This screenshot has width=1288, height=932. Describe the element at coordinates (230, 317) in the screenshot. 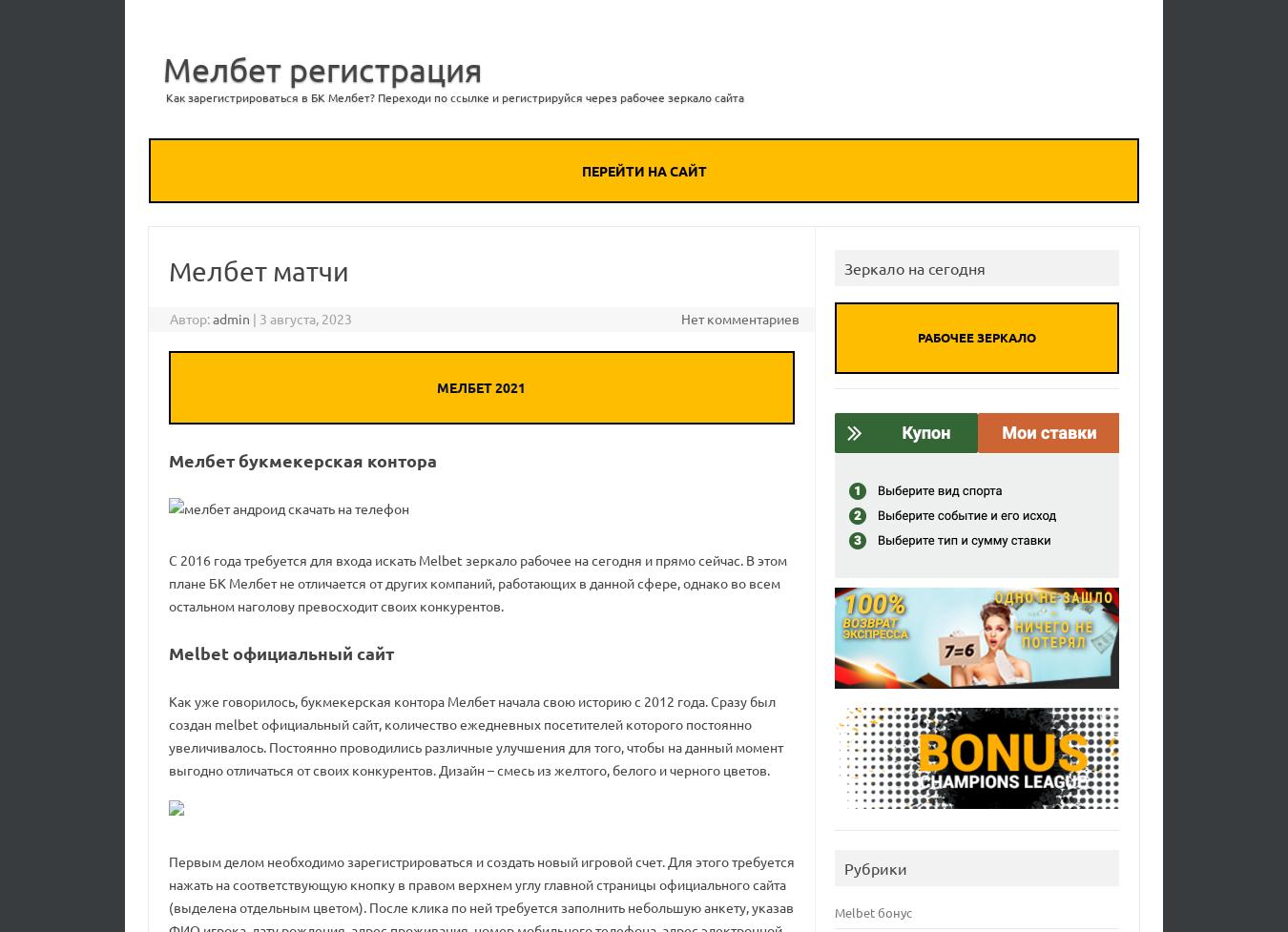

I see `'admin'` at that location.